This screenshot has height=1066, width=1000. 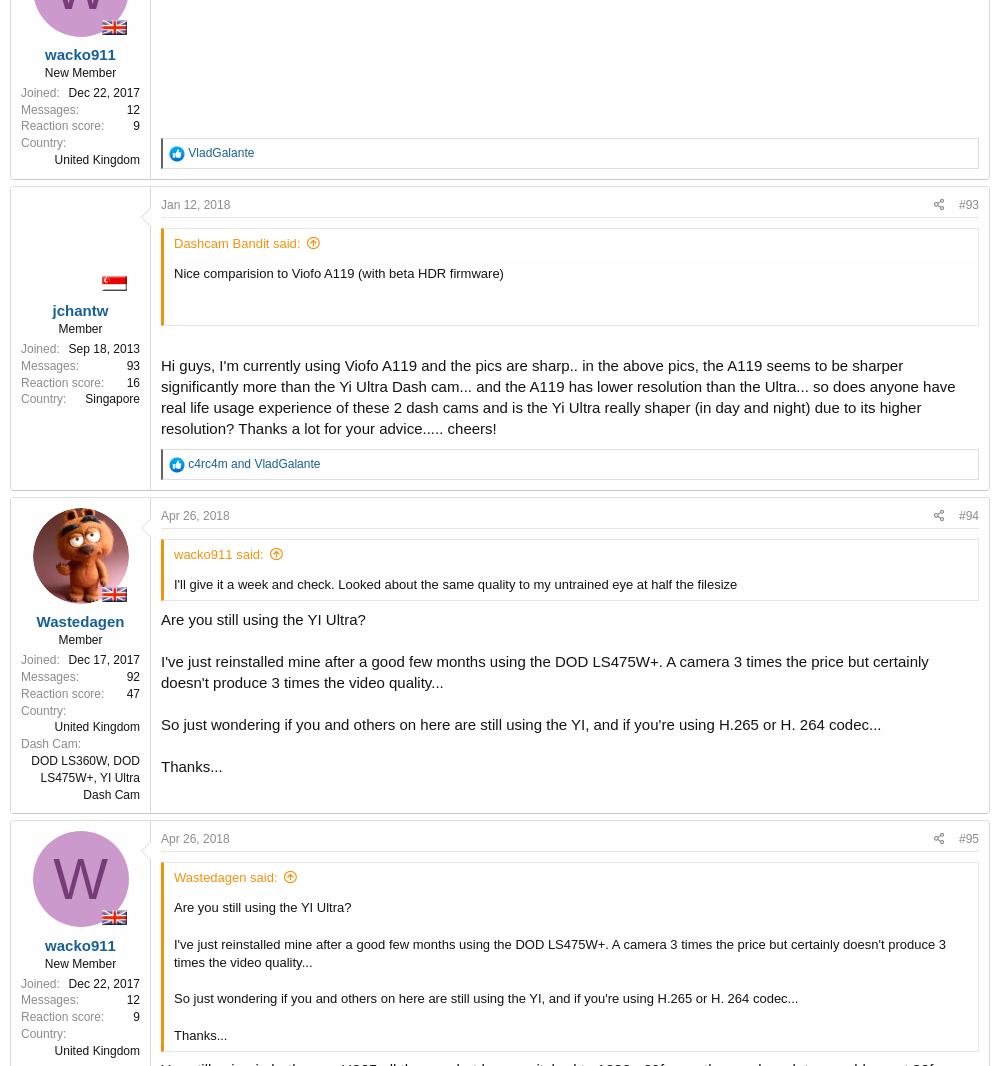 What do you see at coordinates (236, 241) in the screenshot?
I see `'Dashcam Bandit said:'` at bounding box center [236, 241].